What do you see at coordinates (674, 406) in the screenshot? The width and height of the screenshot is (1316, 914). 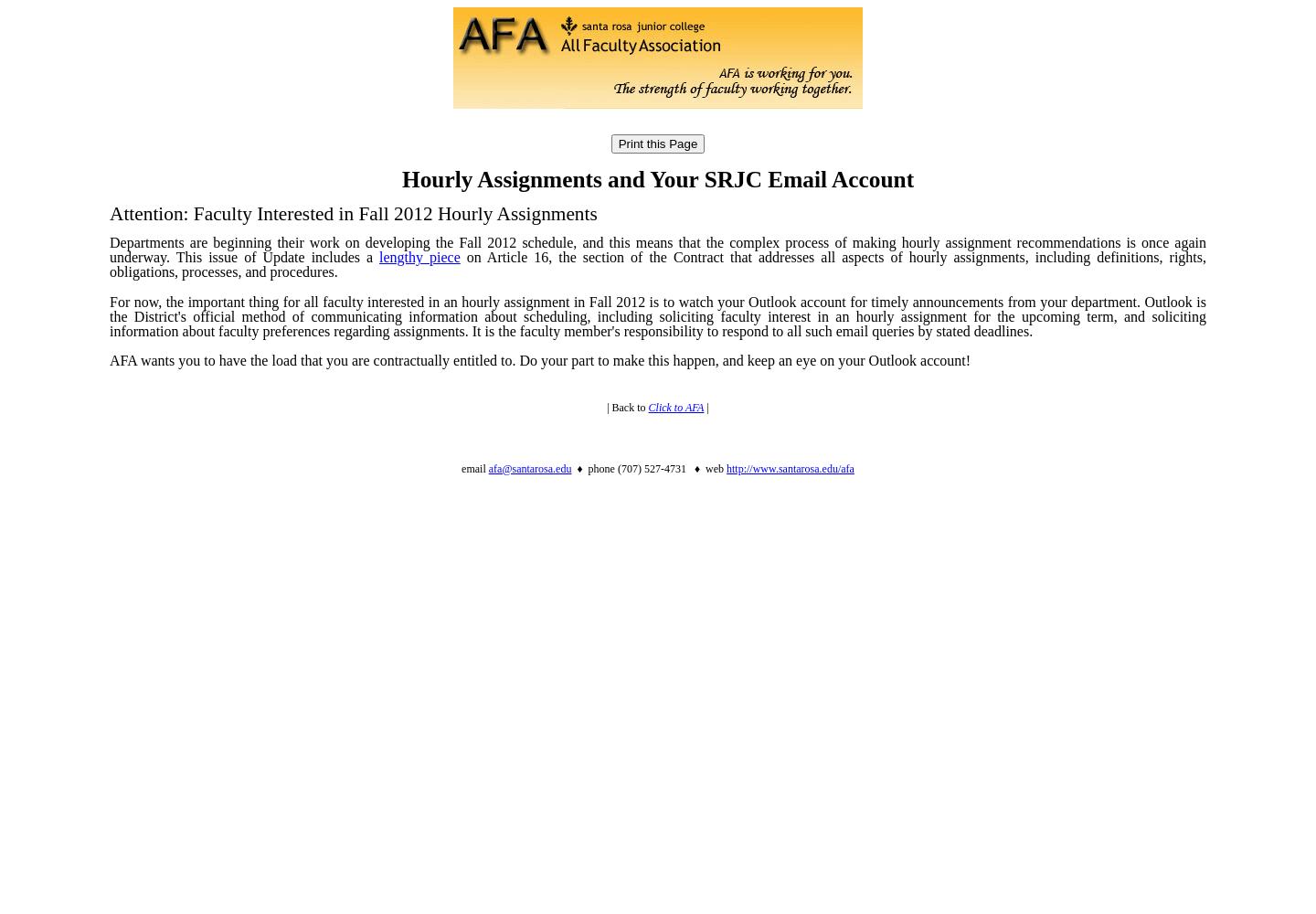 I see `'Click to AFA'` at bounding box center [674, 406].